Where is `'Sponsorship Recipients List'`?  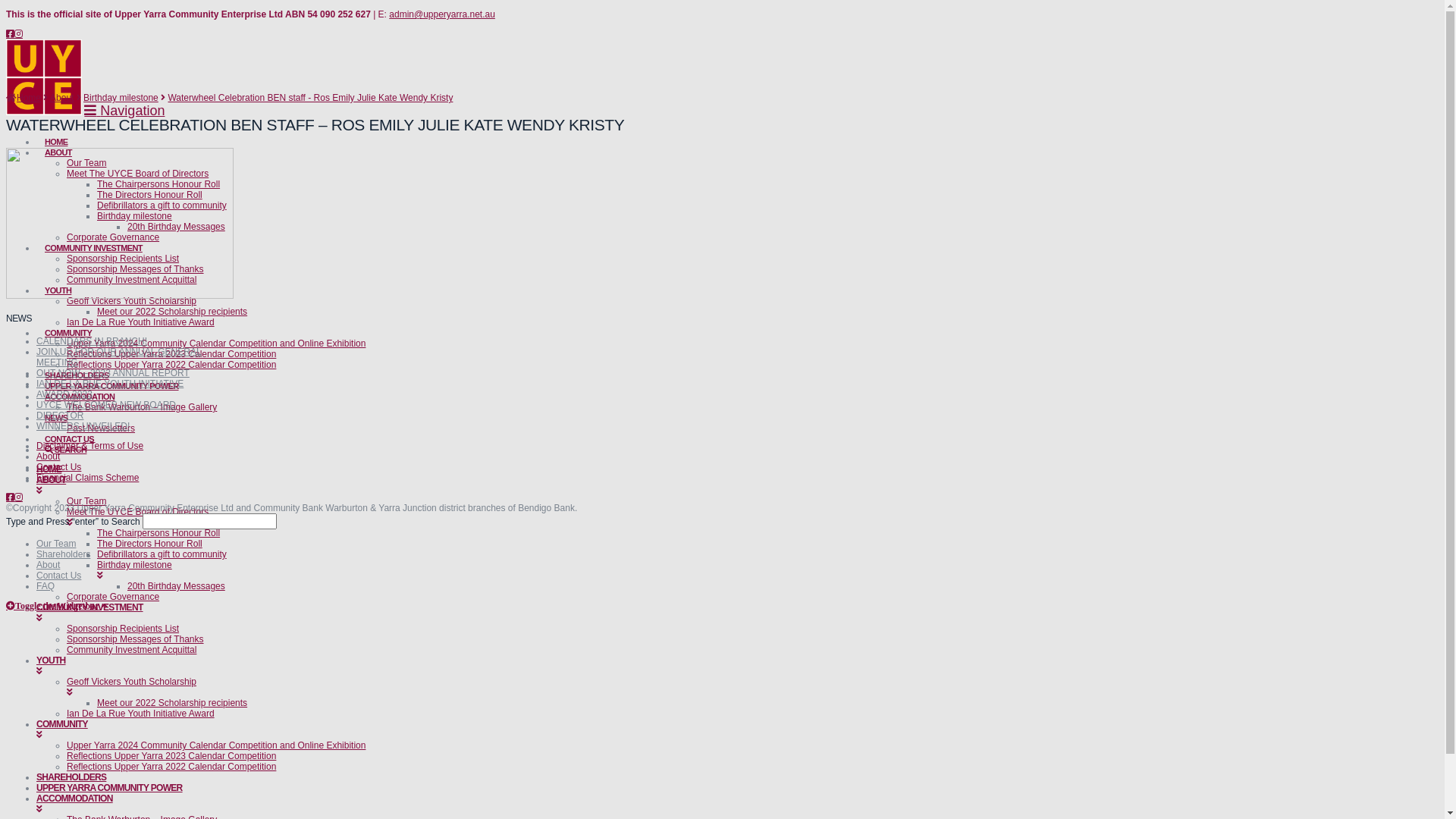
'Sponsorship Recipients List' is located at coordinates (123, 629).